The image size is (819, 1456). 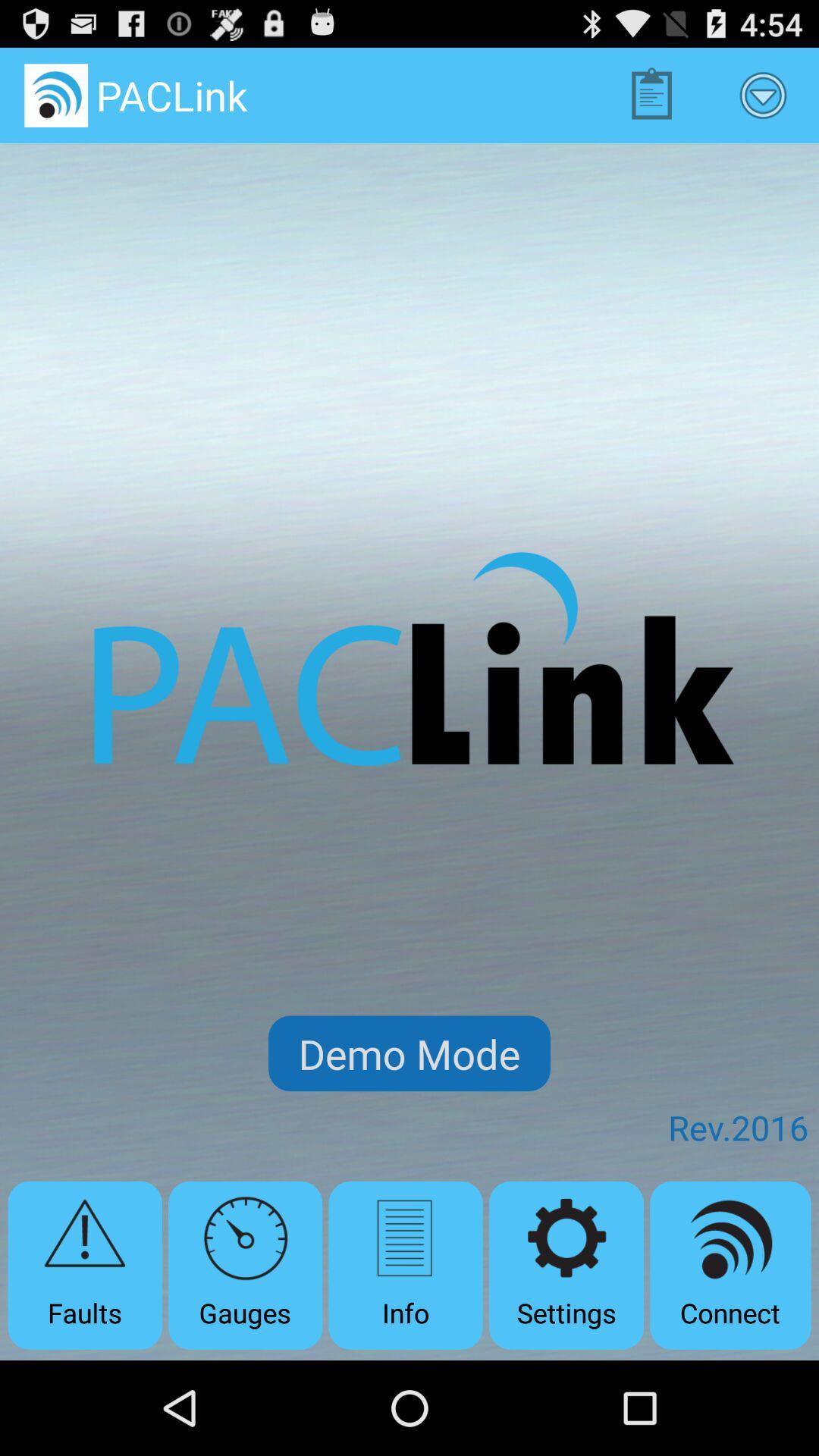 What do you see at coordinates (85, 1265) in the screenshot?
I see `faults button` at bounding box center [85, 1265].